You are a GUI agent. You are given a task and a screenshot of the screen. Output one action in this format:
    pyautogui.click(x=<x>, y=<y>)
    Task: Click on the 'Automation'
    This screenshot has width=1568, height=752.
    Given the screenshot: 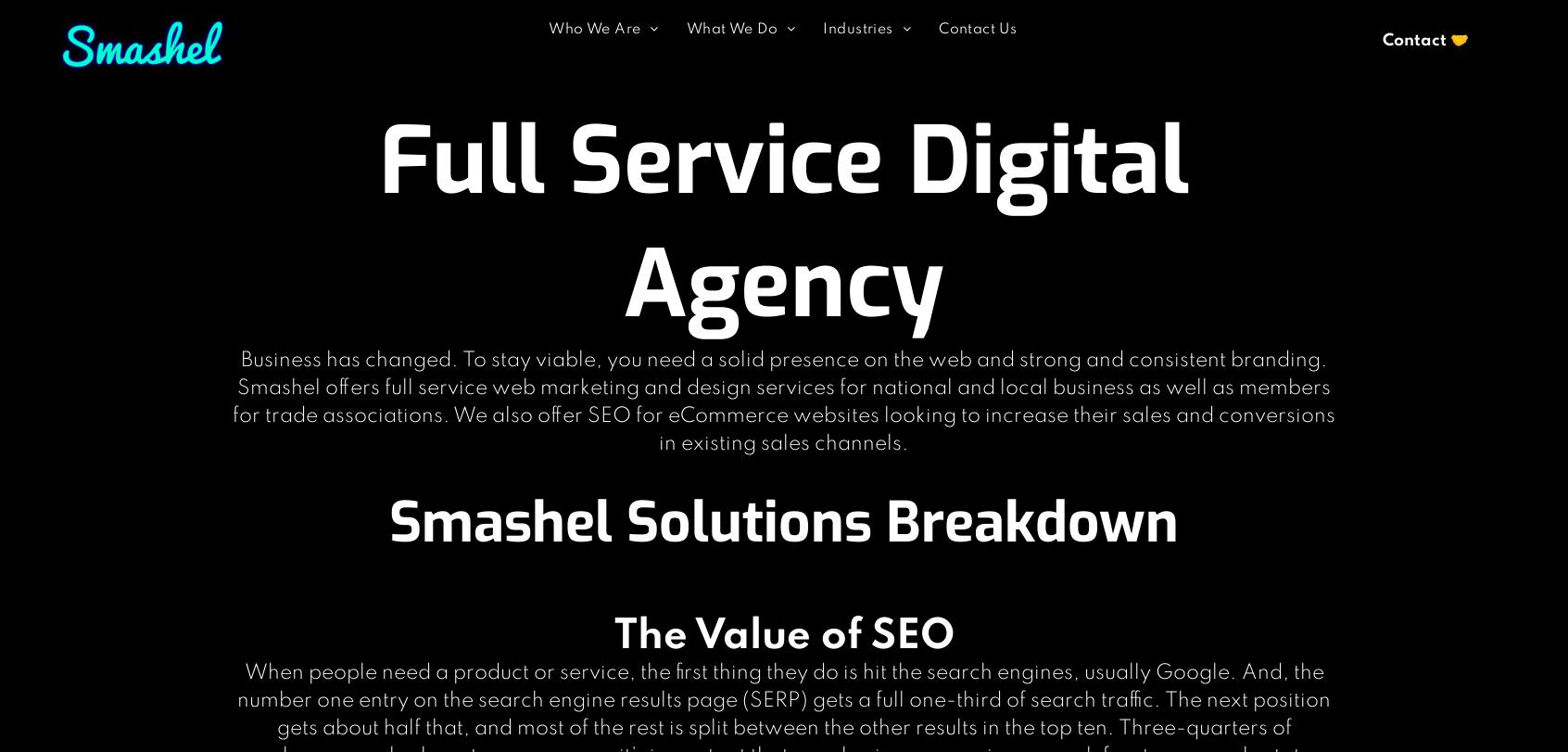 What is the action you would take?
    pyautogui.click(x=742, y=140)
    